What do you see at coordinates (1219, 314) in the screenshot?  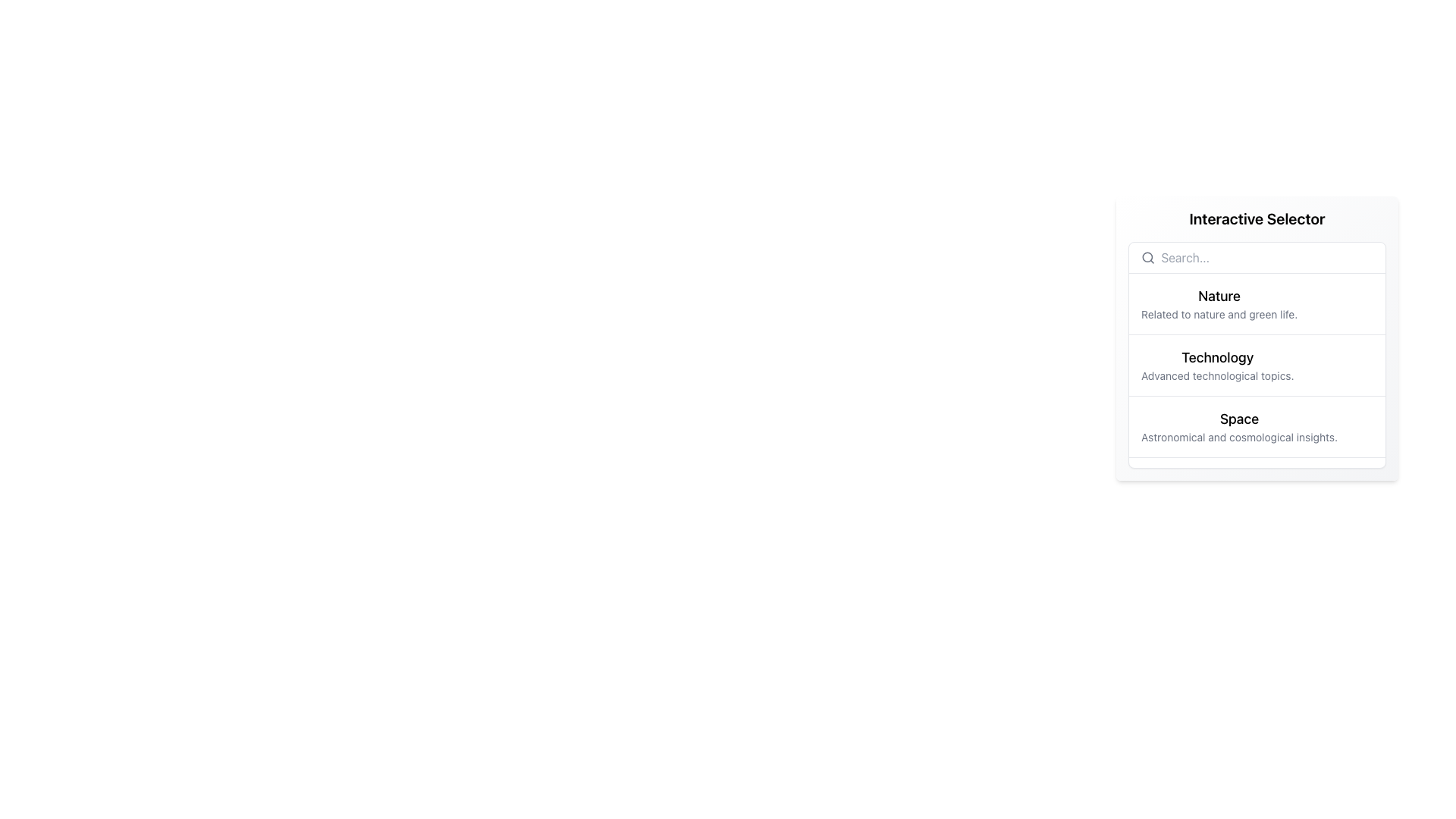 I see `the static label providing additional context for the 'Nature' category, located directly below the 'Nature' text in the upper part of the panel` at bounding box center [1219, 314].